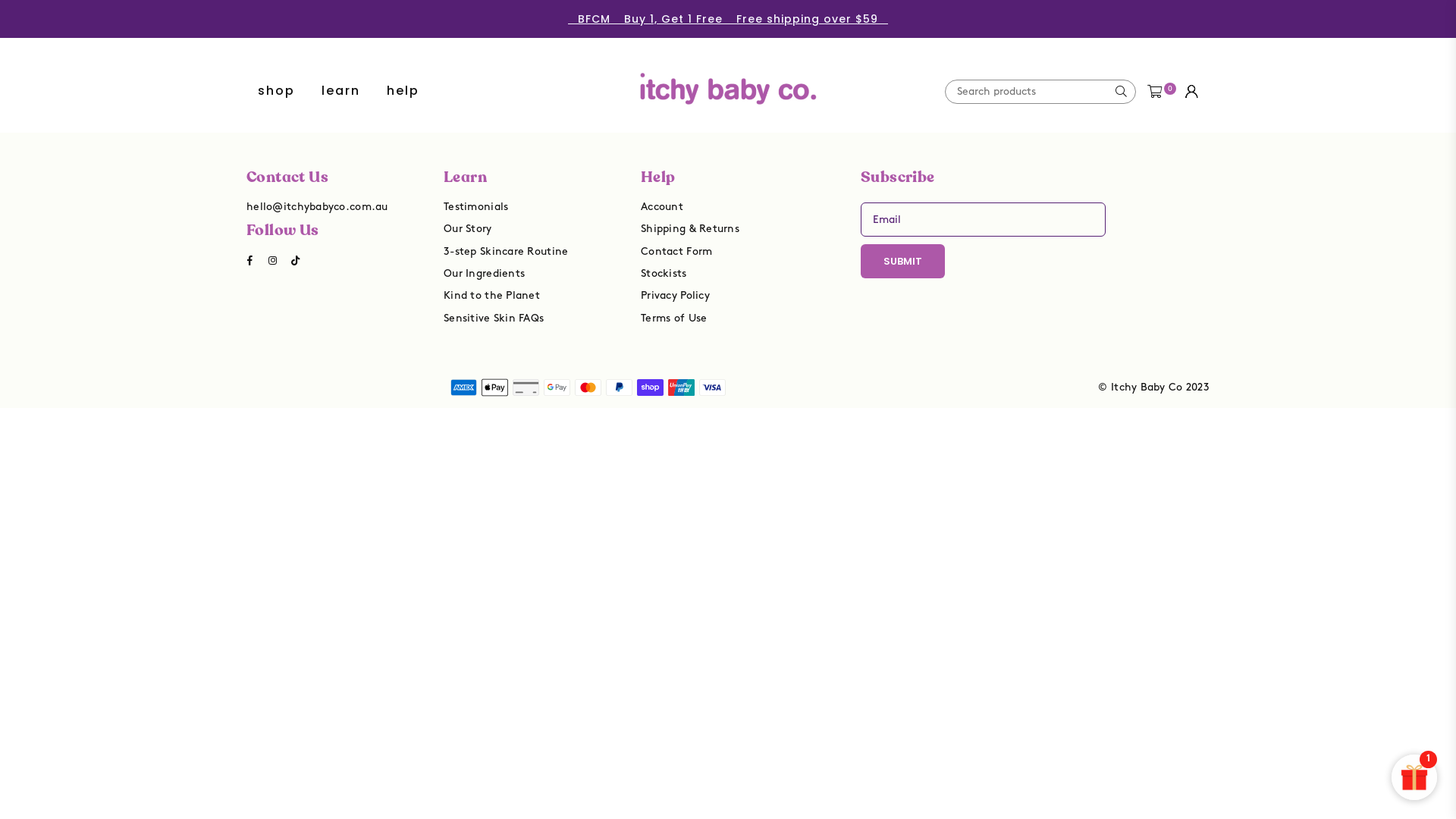  What do you see at coordinates (443, 228) in the screenshot?
I see `'Our Story'` at bounding box center [443, 228].